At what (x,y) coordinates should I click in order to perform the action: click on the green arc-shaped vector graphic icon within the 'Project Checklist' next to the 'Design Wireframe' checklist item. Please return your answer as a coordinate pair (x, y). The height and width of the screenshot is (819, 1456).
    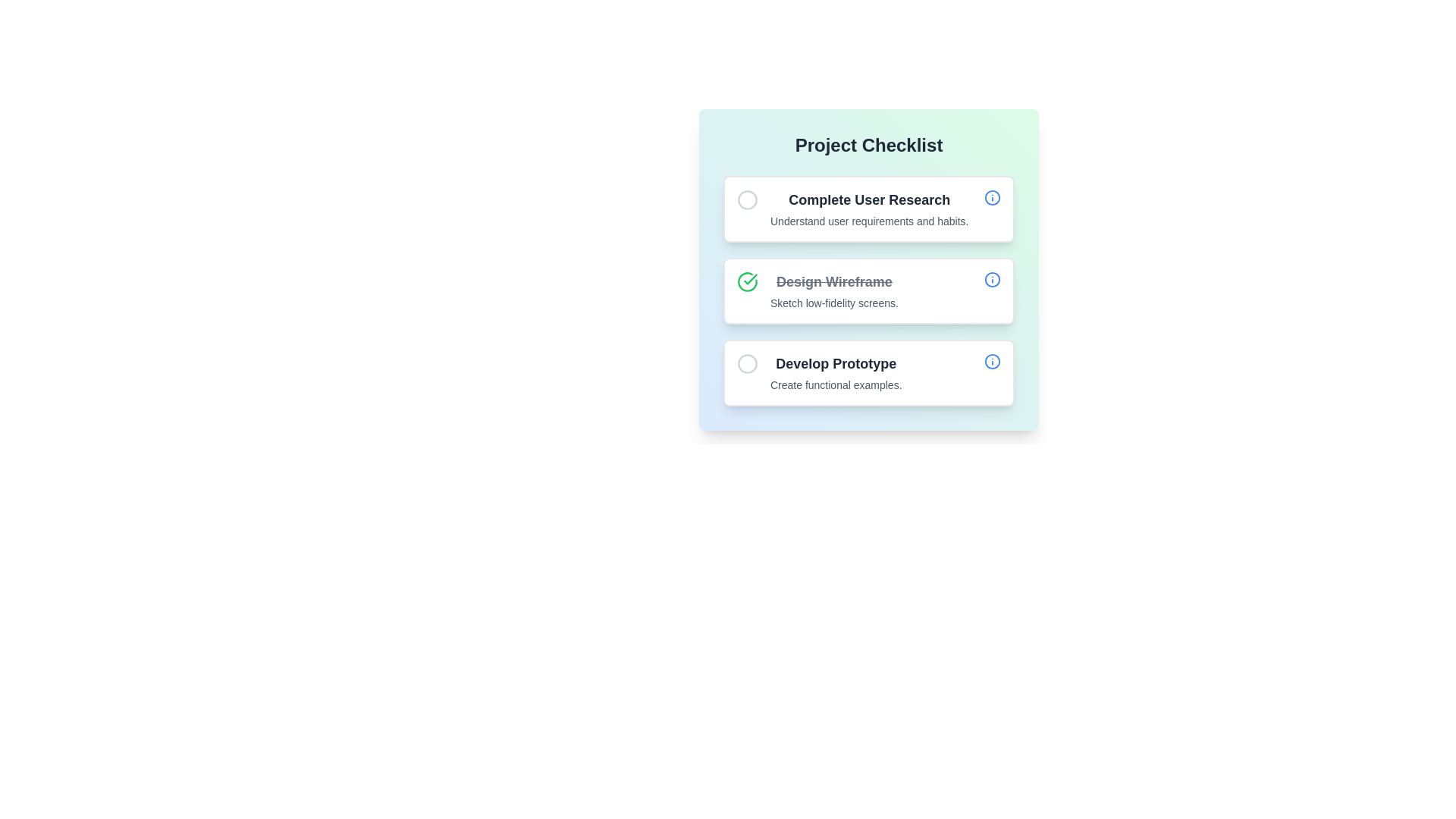
    Looking at the image, I should click on (747, 281).